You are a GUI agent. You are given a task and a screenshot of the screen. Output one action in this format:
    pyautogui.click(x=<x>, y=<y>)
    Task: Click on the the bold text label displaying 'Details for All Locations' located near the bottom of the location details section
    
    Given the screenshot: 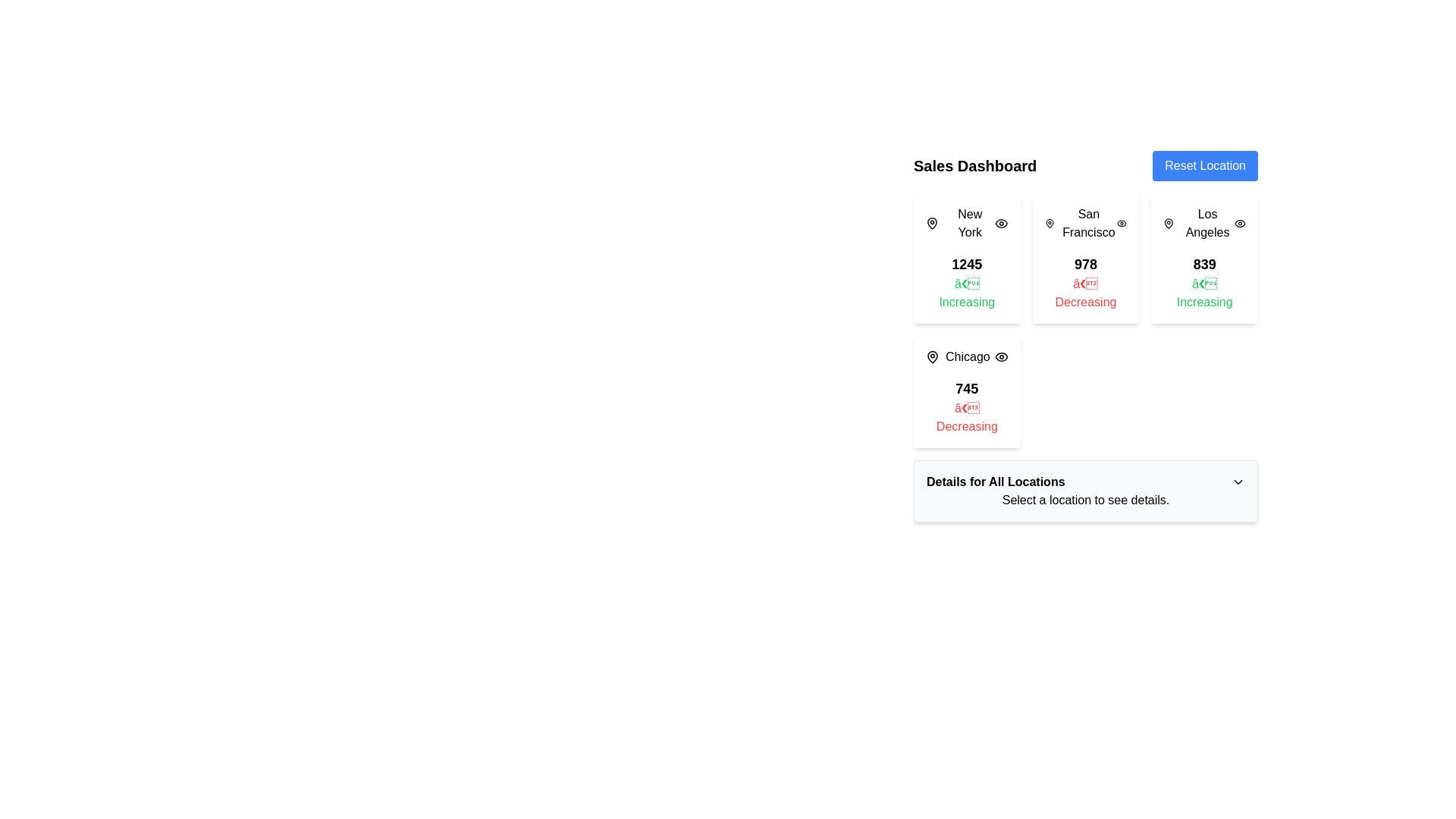 What is the action you would take?
    pyautogui.click(x=996, y=482)
    